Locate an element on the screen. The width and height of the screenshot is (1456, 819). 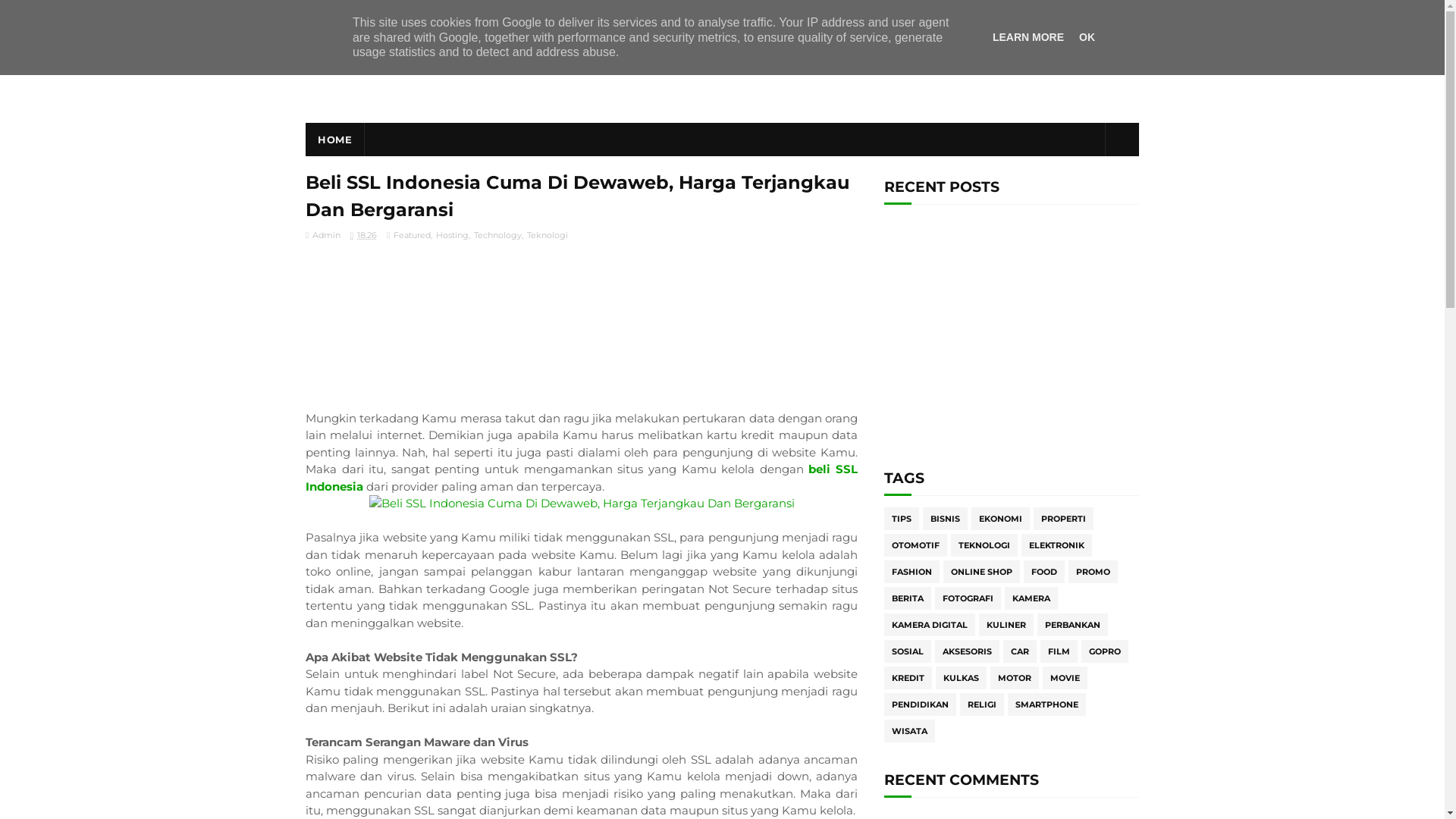
'RELIGI' is located at coordinates (982, 704).